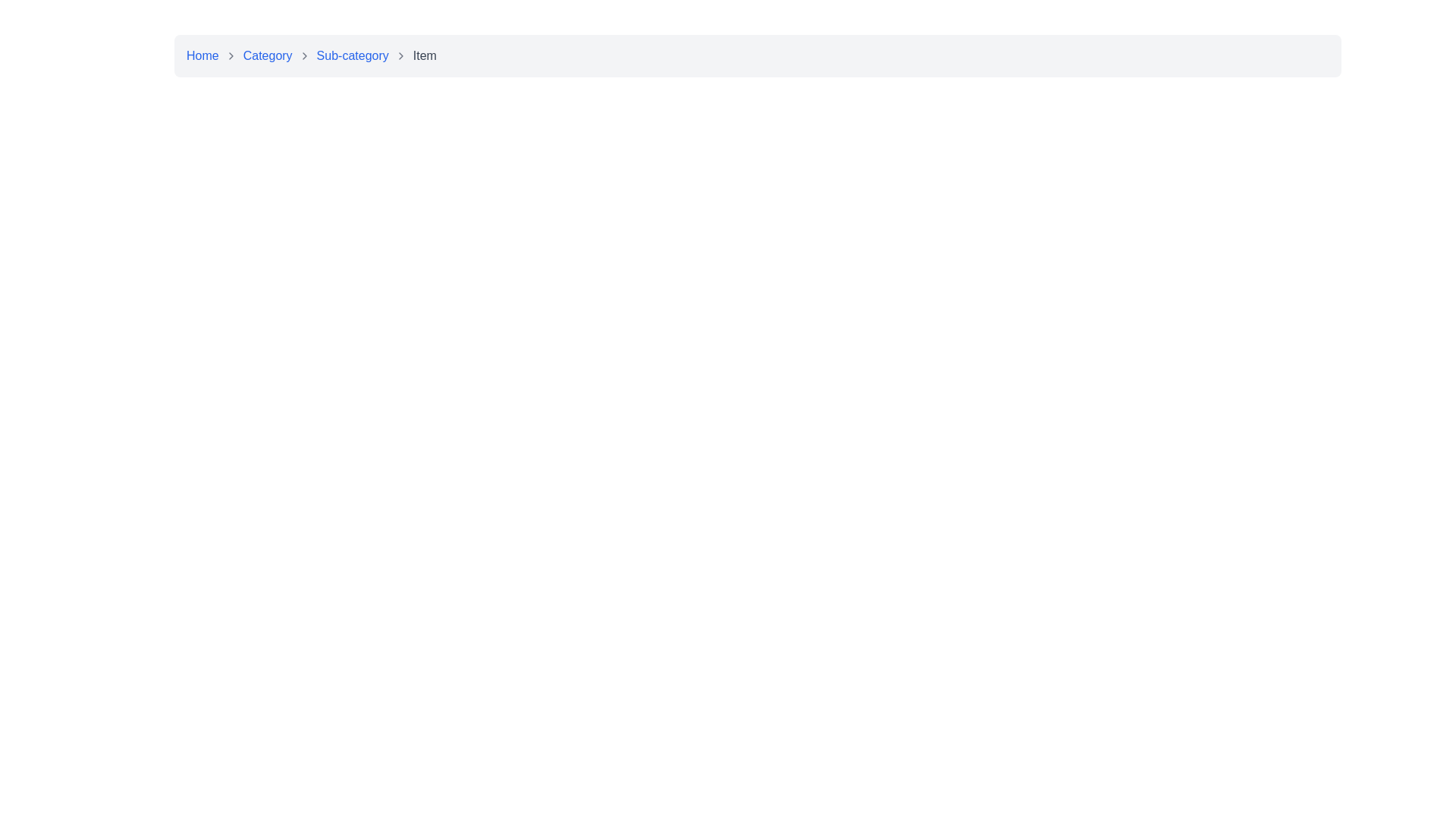 The width and height of the screenshot is (1456, 819). I want to click on the fourth text entry in the breadcrumb navigation, which indicates the current or selected page, located at the far-right end of the breadcrumb bar, so click(425, 55).